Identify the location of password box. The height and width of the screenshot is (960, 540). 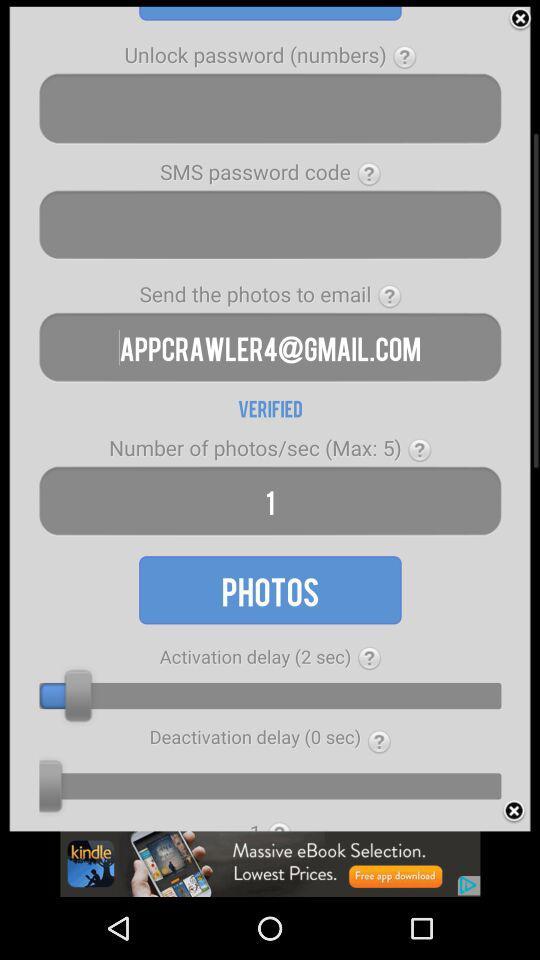
(270, 225).